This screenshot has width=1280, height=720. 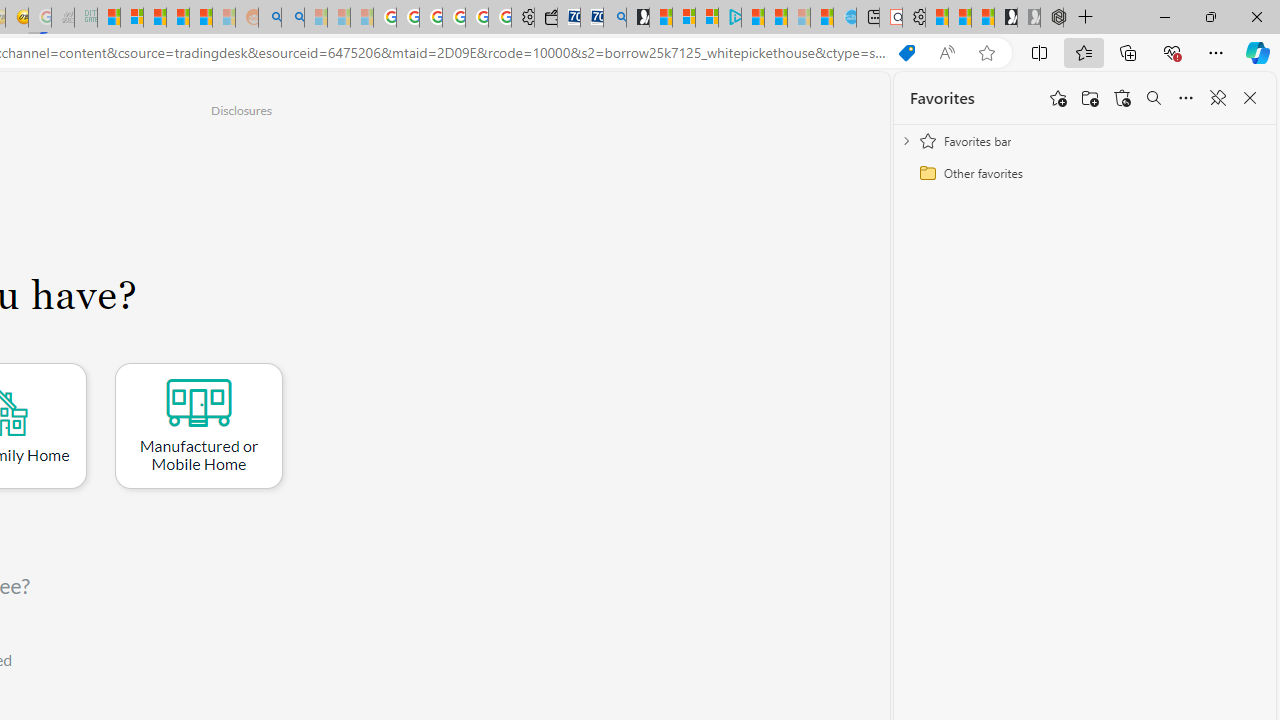 I want to click on 'Close favorites', so click(x=1249, y=98).